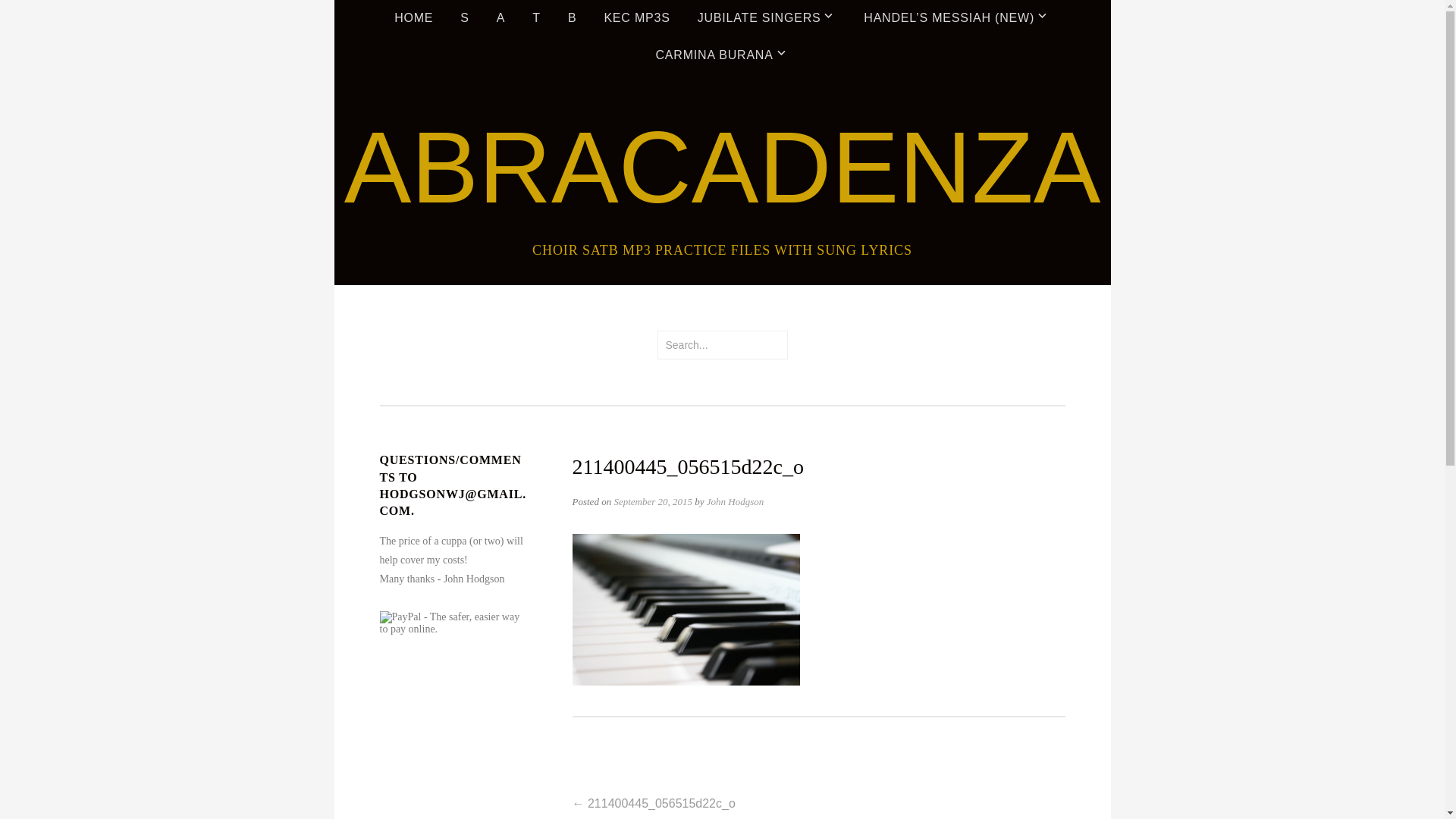 The height and width of the screenshot is (819, 1456). Describe the element at coordinates (463, 18) in the screenshot. I see `'S'` at that location.